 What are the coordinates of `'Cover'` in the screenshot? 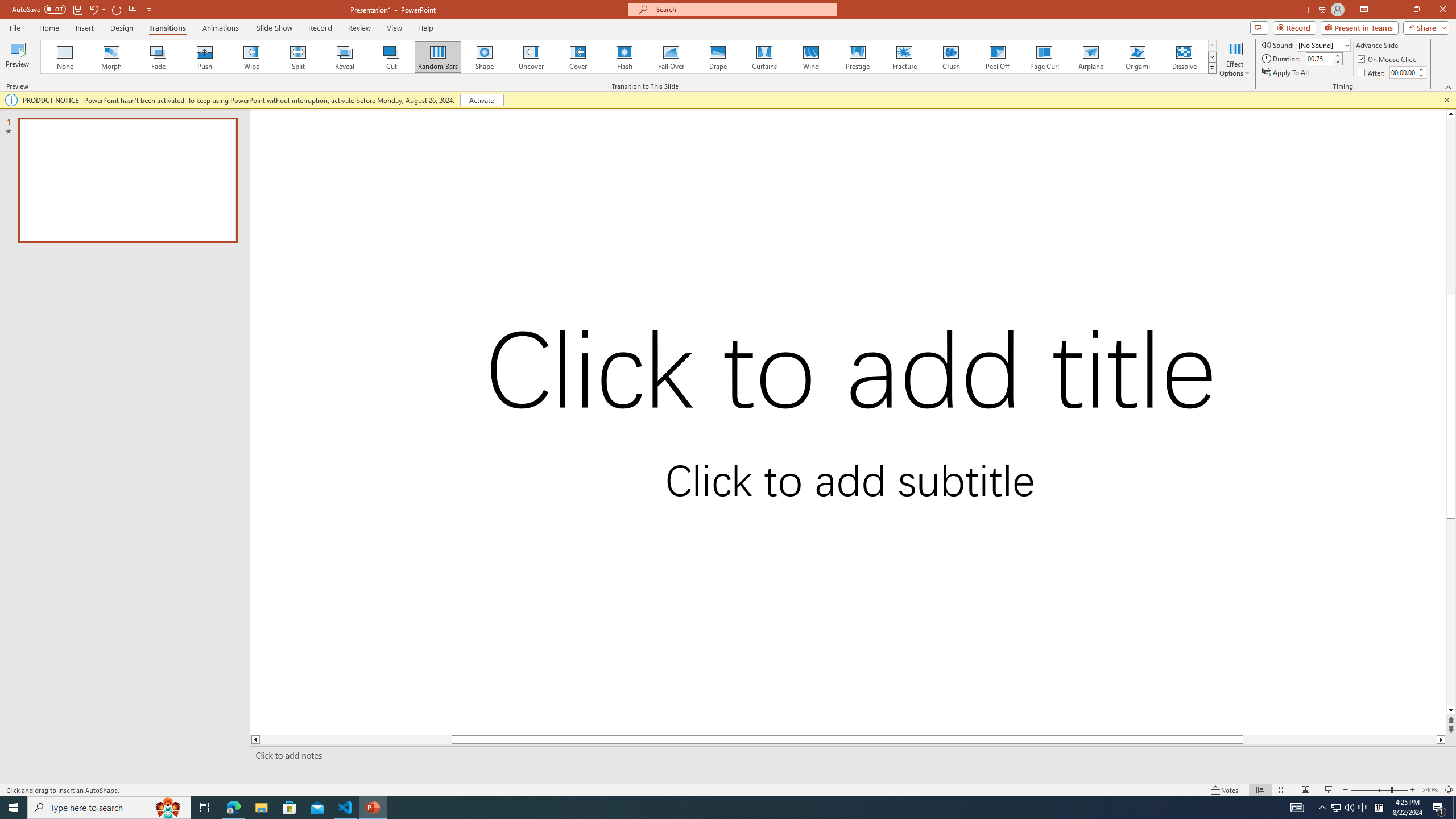 It's located at (577, 56).